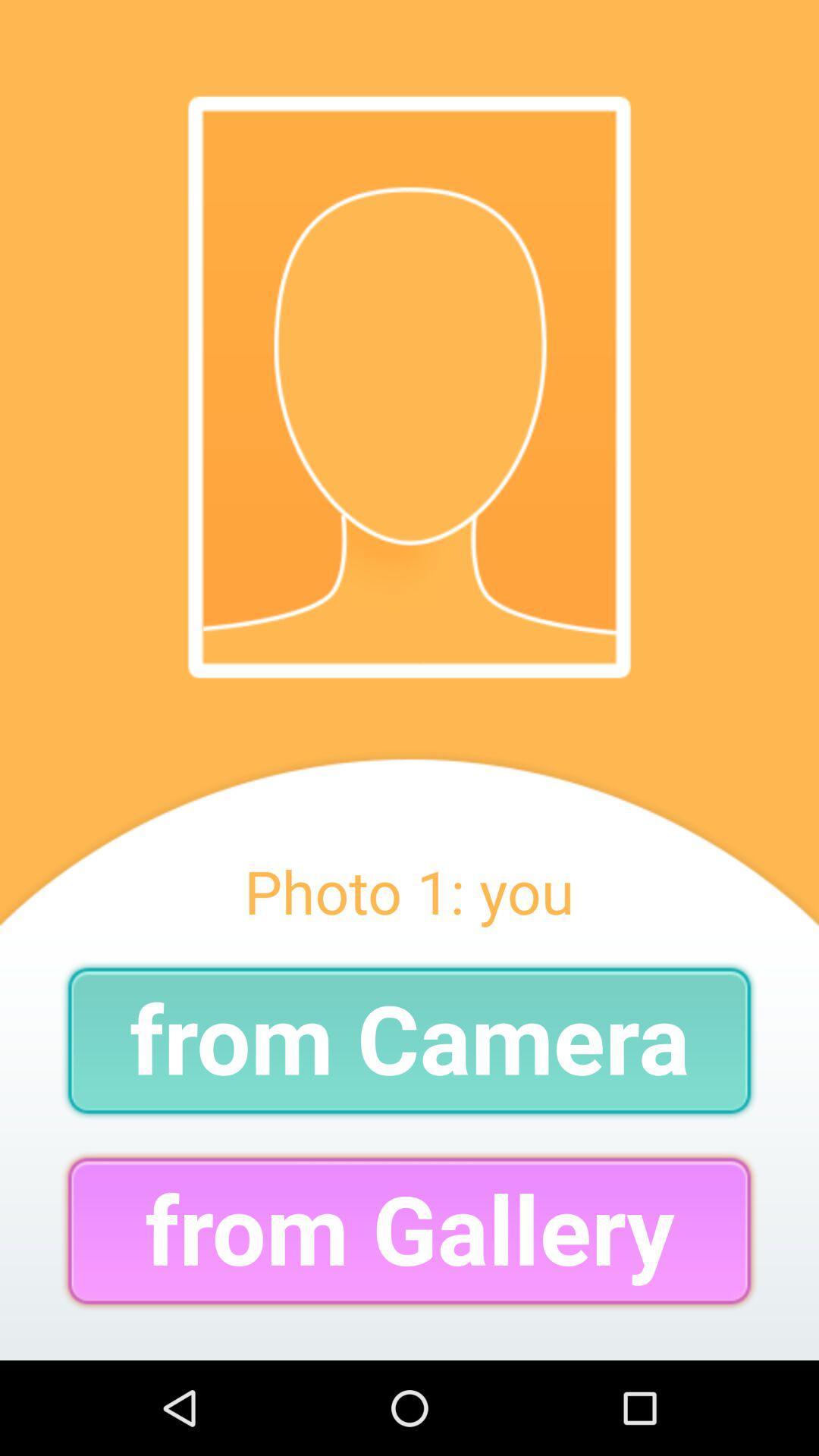  I want to click on the from gallery icon, so click(409, 1231).